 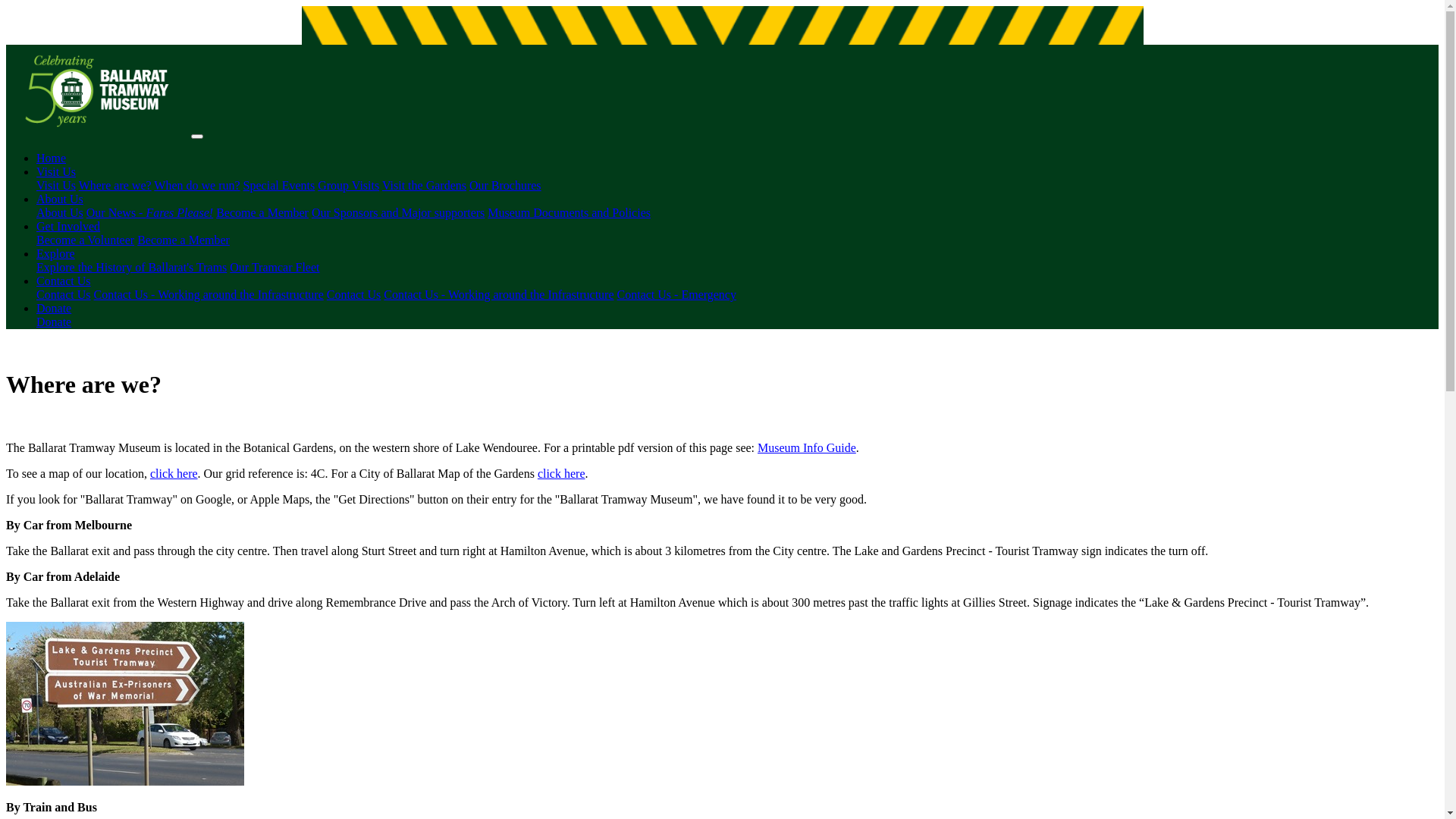 I want to click on 'Get Involved', so click(x=67, y=226).